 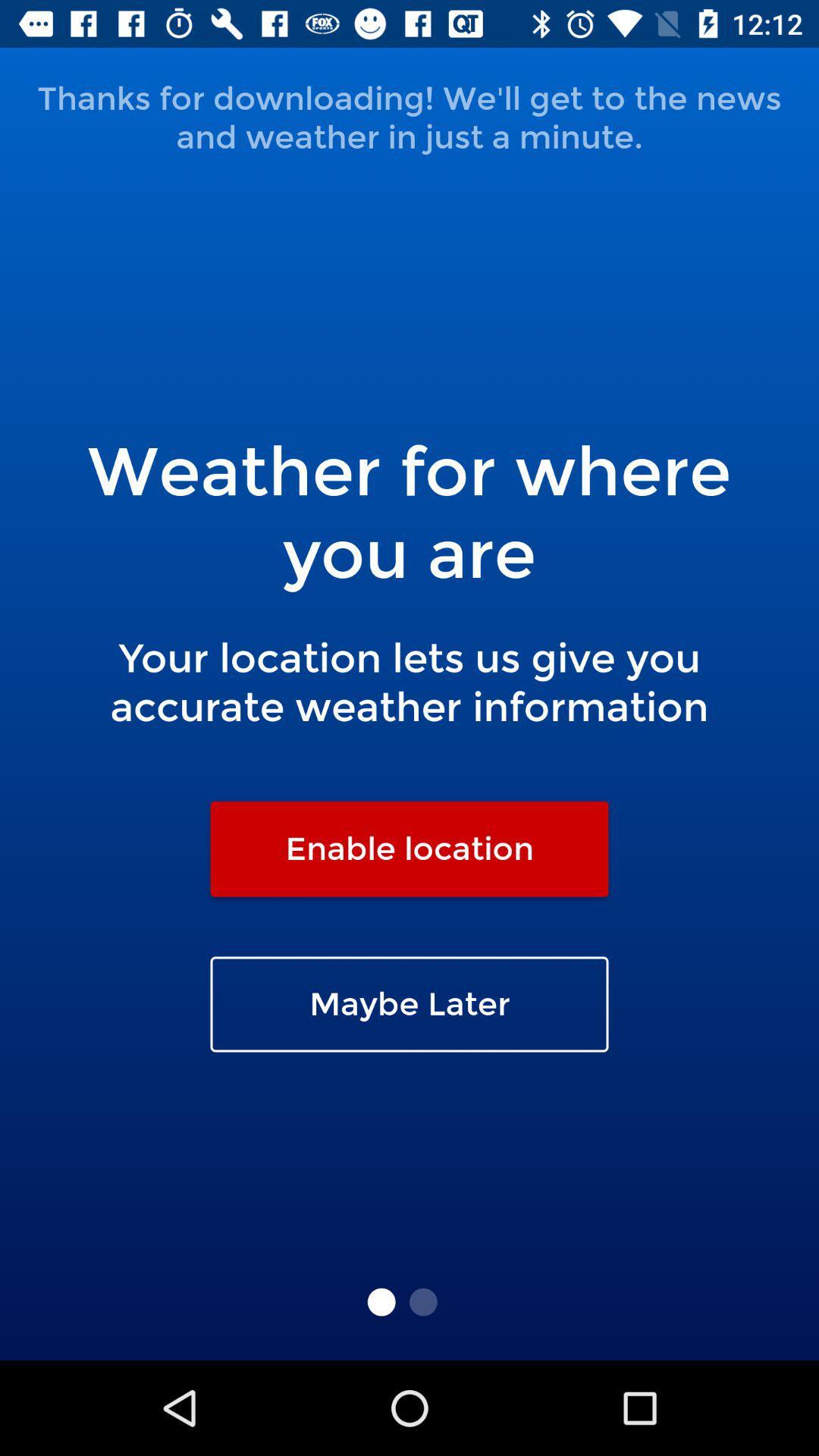 What do you see at coordinates (409, 1004) in the screenshot?
I see `the item below the enable location icon` at bounding box center [409, 1004].